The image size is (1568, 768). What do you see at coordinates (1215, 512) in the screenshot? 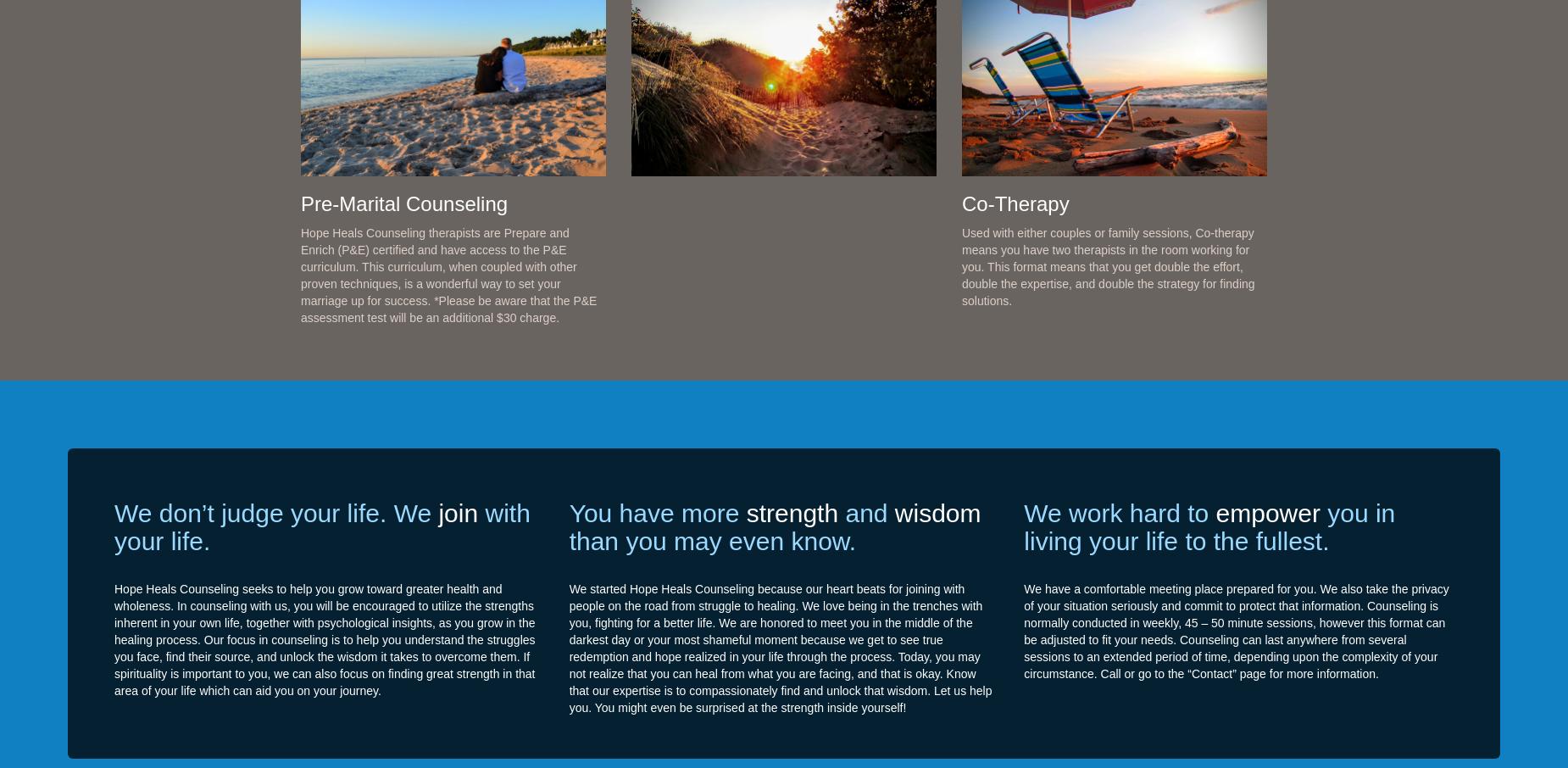
I see `'empower'` at bounding box center [1215, 512].